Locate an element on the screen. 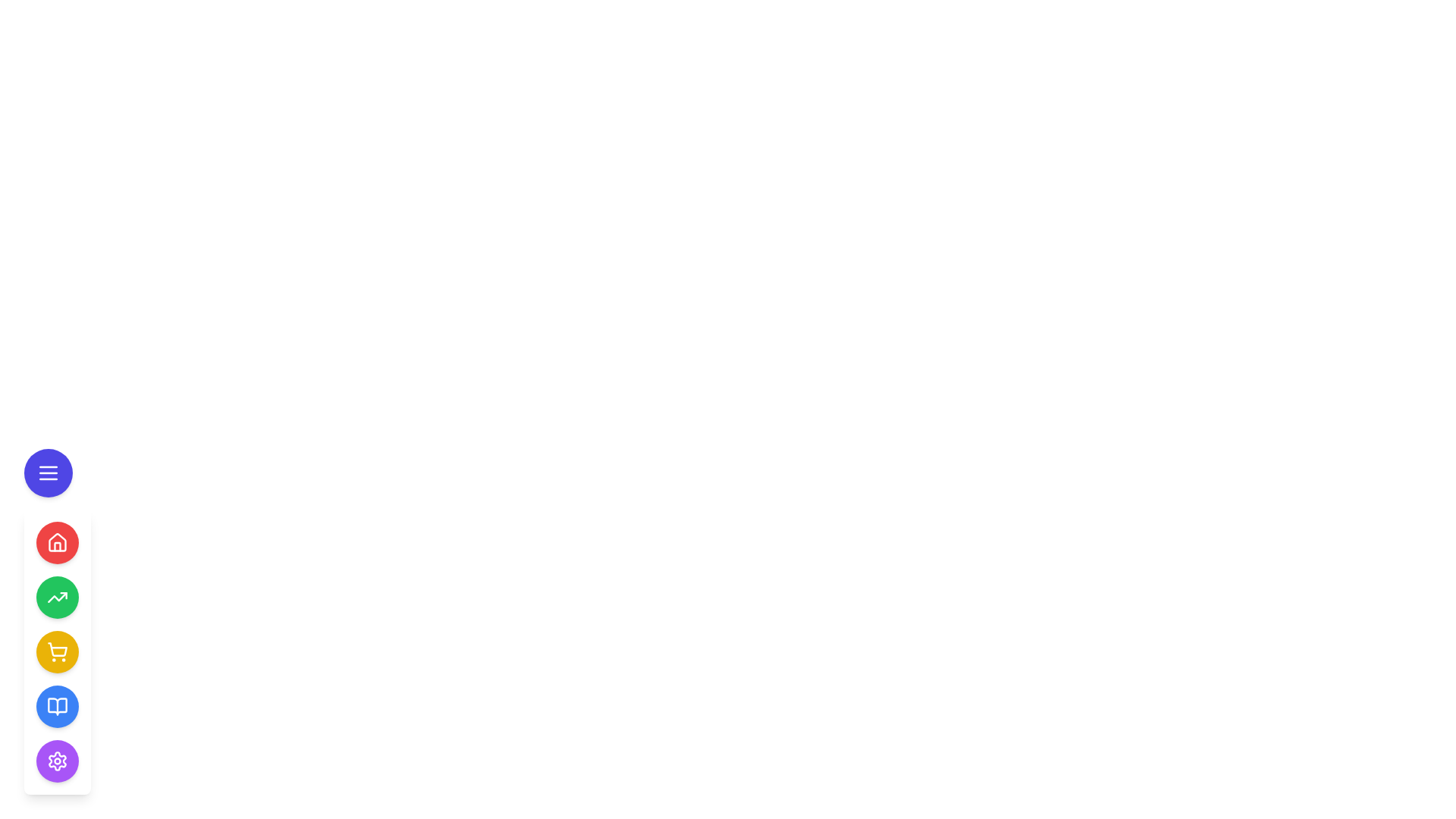  the open book icon with a blue circular background is located at coordinates (58, 707).